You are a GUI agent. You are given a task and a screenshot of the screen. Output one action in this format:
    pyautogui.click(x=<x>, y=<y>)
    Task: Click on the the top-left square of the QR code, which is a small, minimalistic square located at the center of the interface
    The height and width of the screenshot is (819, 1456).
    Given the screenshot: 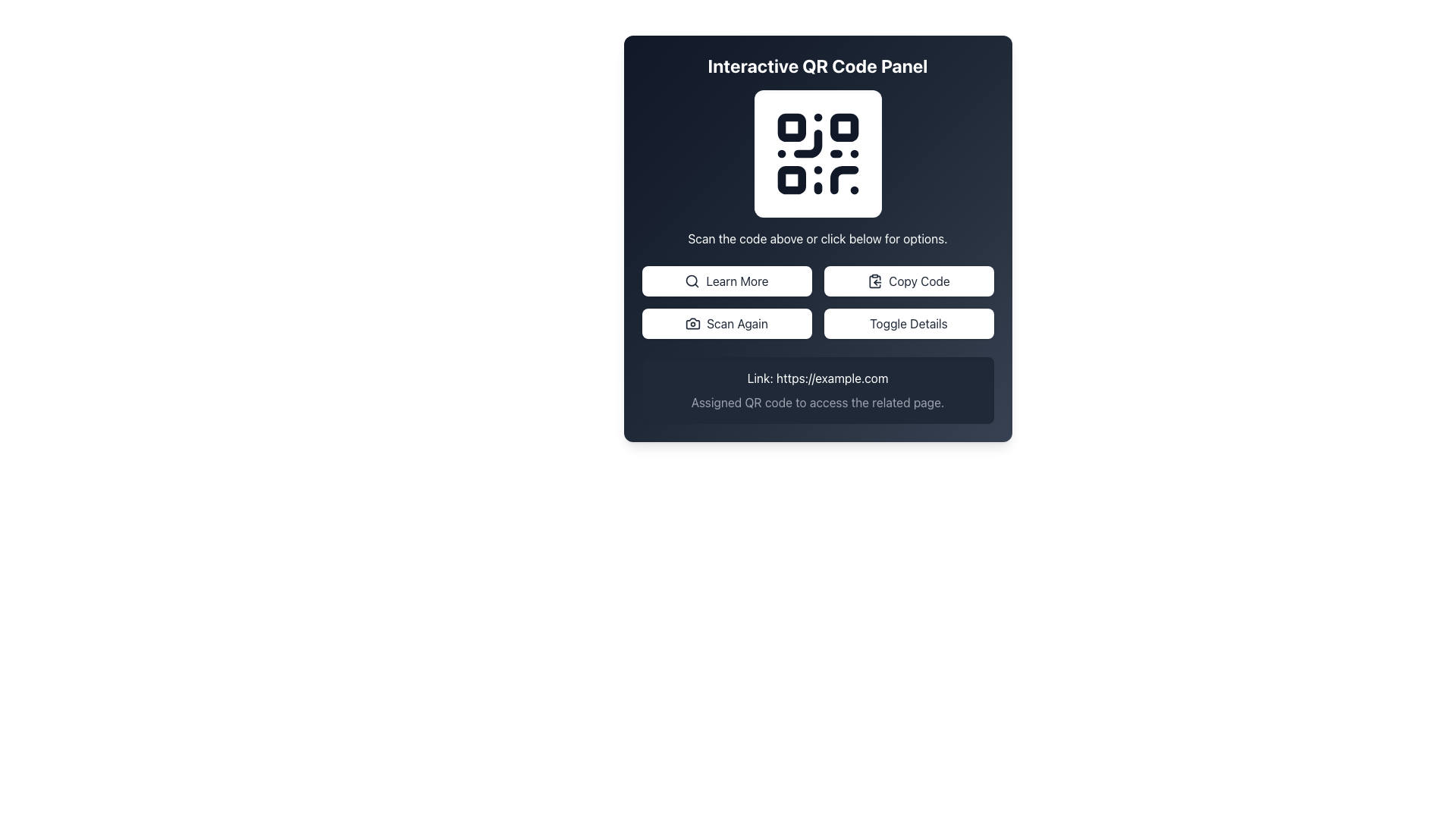 What is the action you would take?
    pyautogui.click(x=790, y=127)
    